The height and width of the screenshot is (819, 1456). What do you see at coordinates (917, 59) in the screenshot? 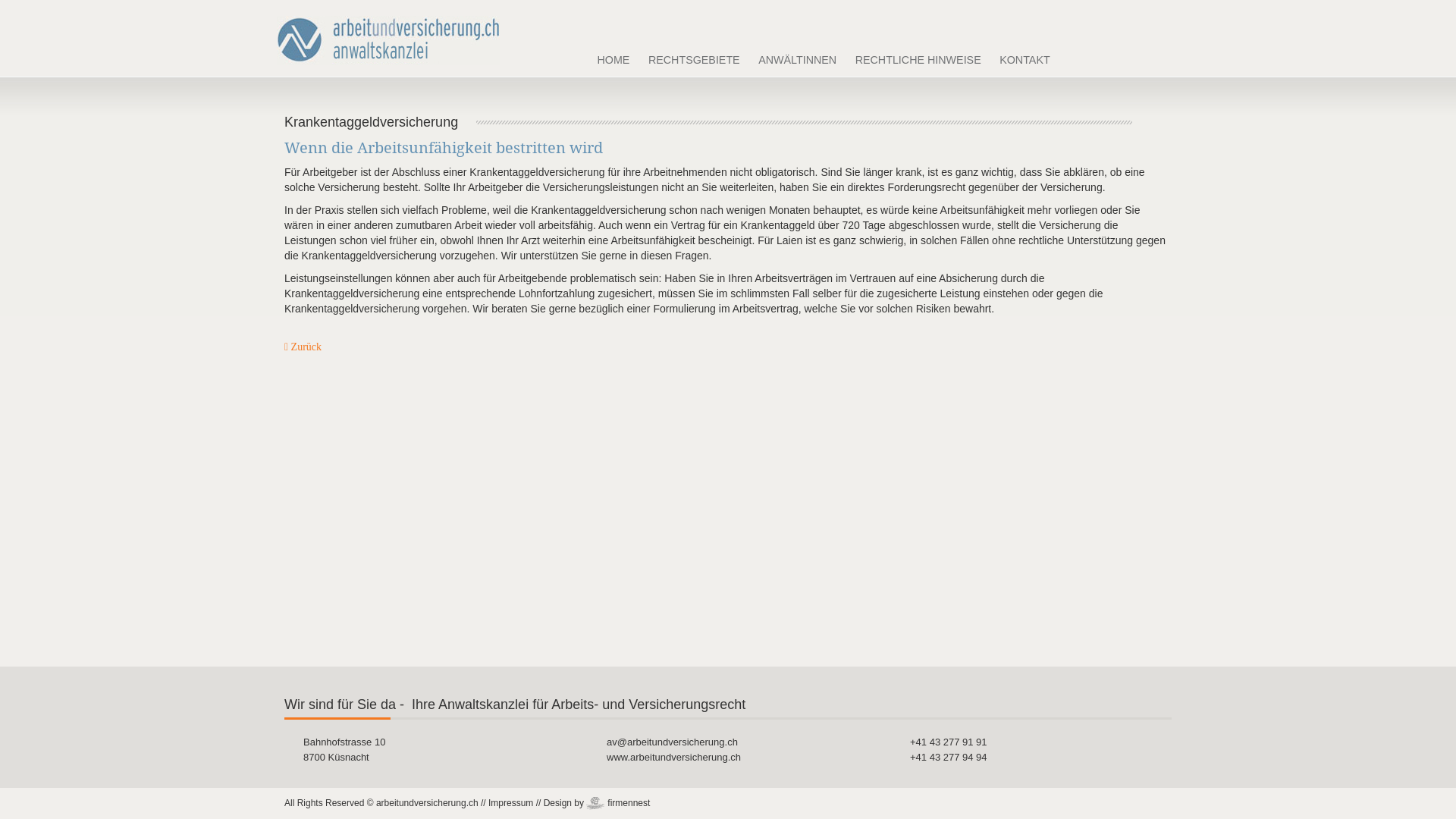
I see `'RECHTLICHE HINWEISE'` at bounding box center [917, 59].